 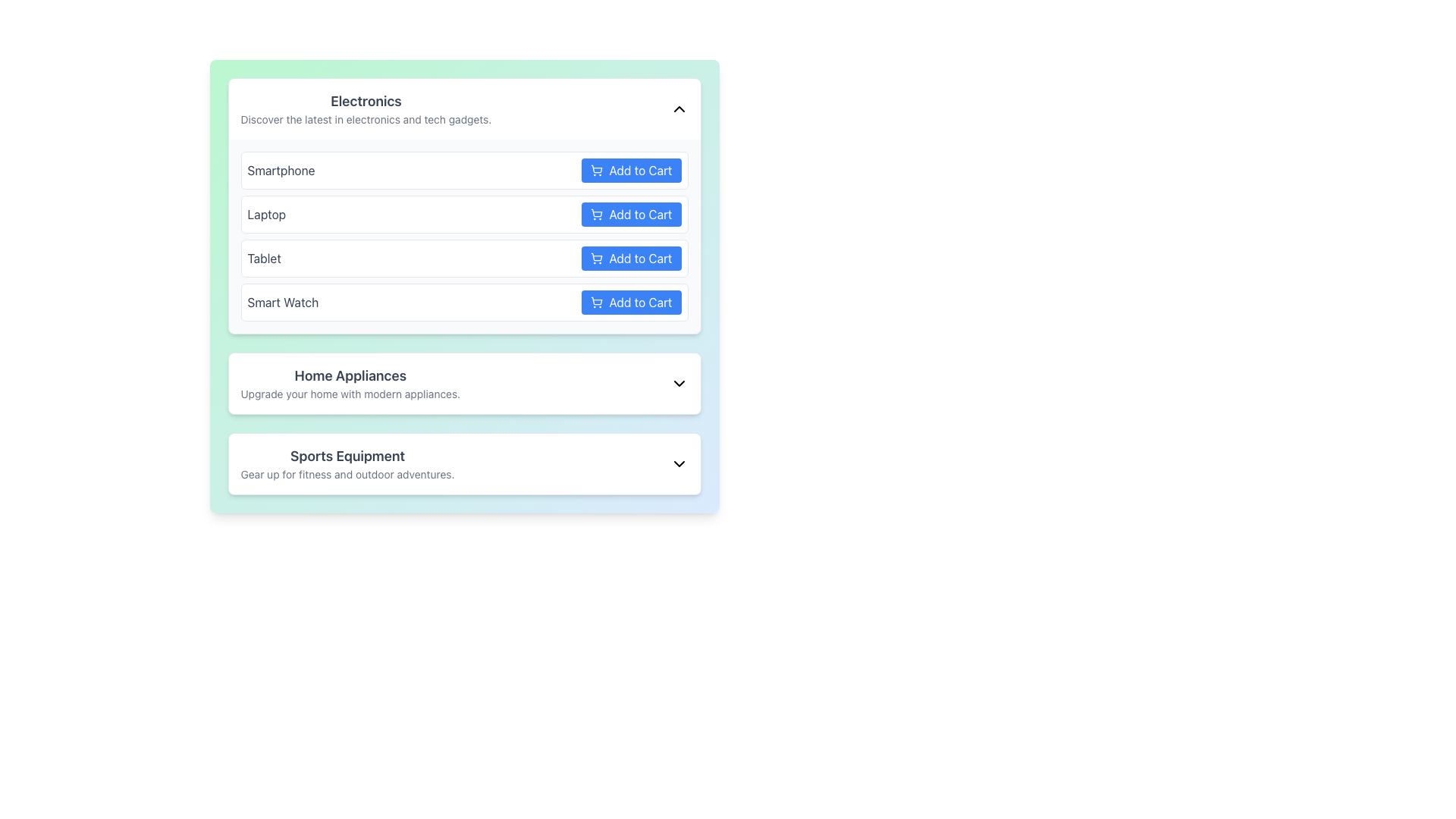 I want to click on the shopping cart icon which is part of the 'Add to Cart' button for the 'Tablet' product in the 'Electronics' section, so click(x=596, y=256).